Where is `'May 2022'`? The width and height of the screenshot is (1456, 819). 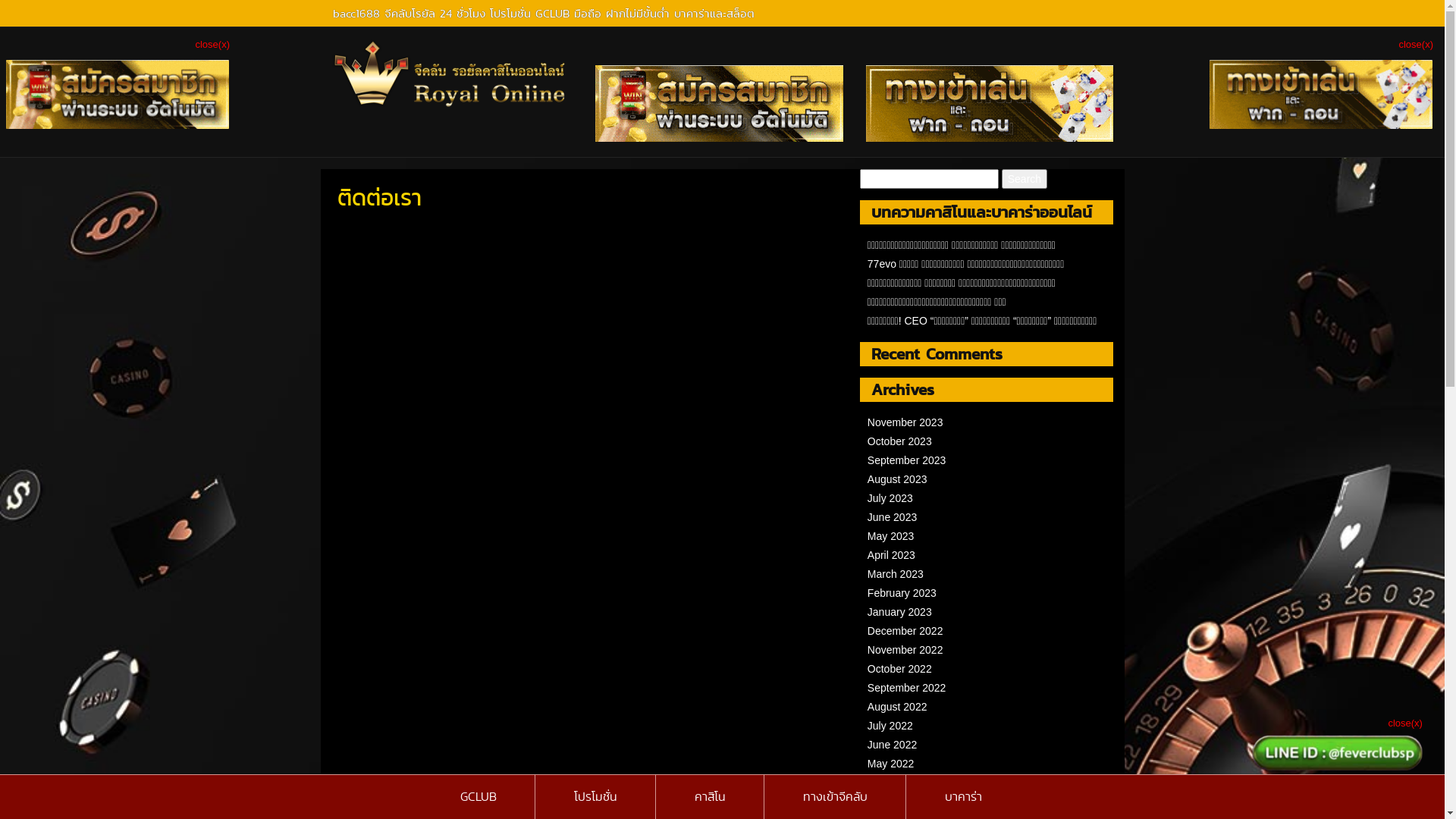
'May 2022' is located at coordinates (890, 763).